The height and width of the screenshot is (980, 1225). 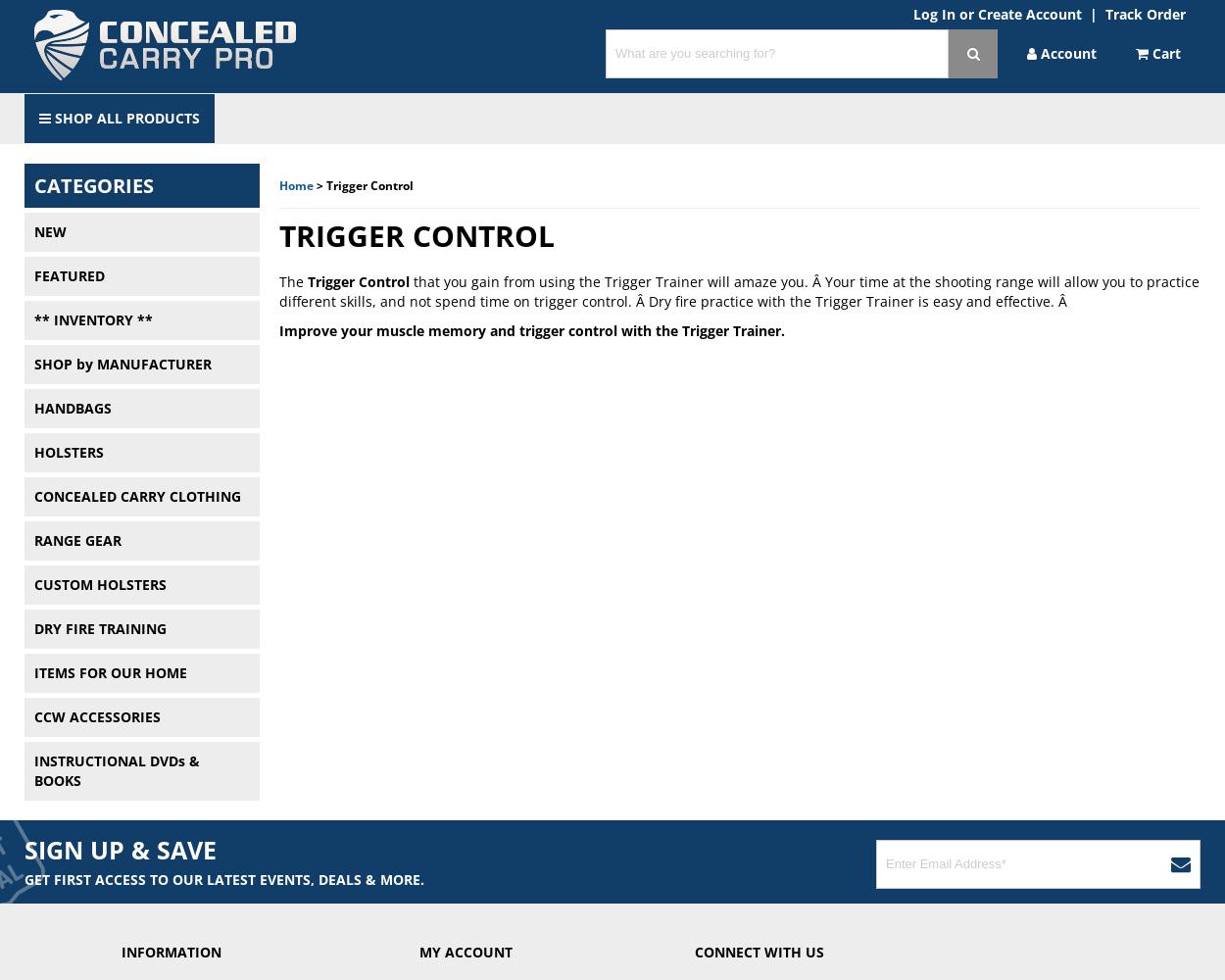 What do you see at coordinates (739, 291) in the screenshot?
I see `'that you gain from using the Trigger Trainer will amaze you. Â Your time at the shooting range will allow you to practice different skills, and not spend time on trigger control. Â Dry fire practice with the Trigger Trainer is easy and effective. Â'` at bounding box center [739, 291].